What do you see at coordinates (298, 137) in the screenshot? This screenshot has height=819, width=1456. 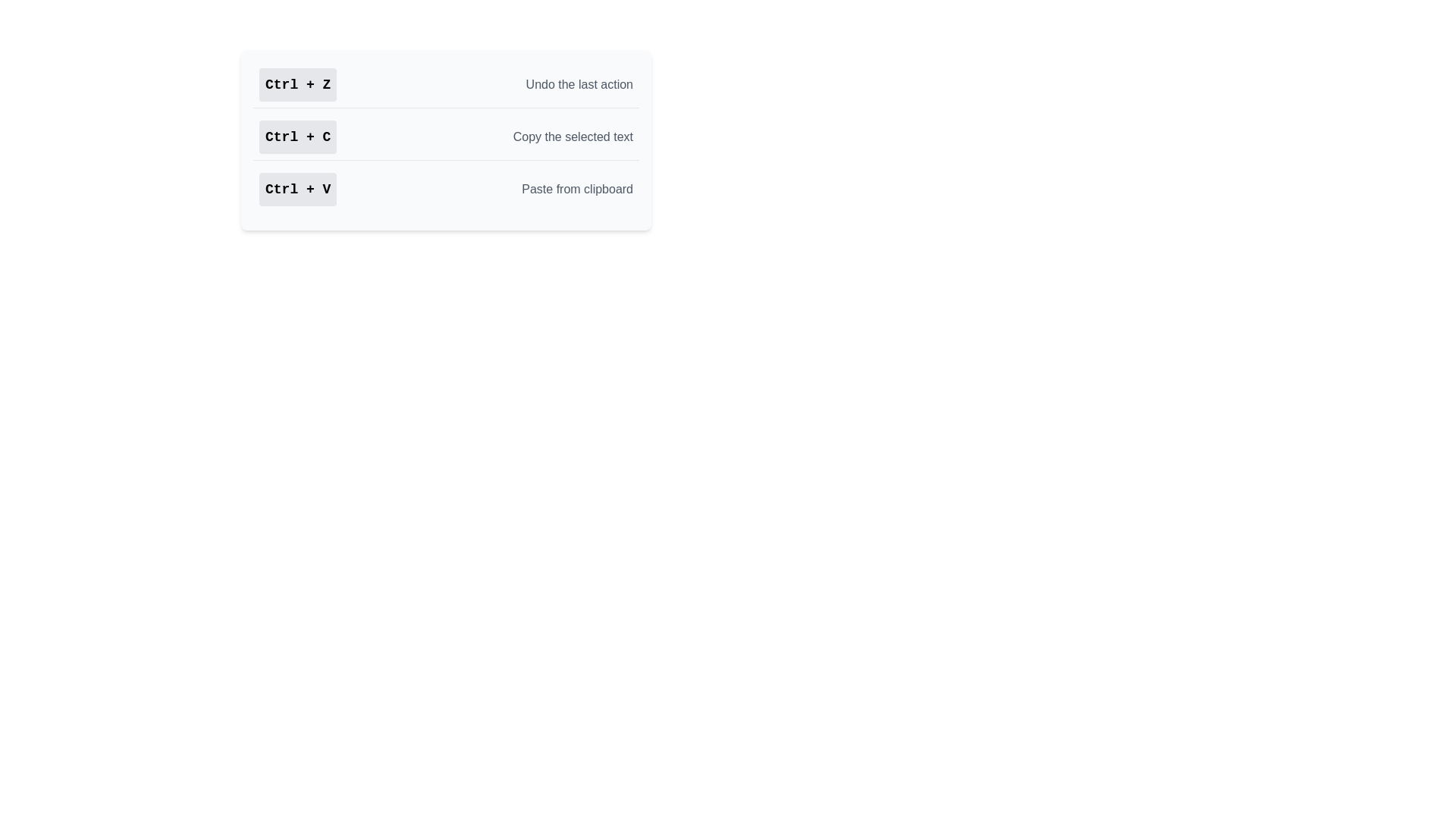 I see `the static informational label with the text 'Ctrl + C', which is a rectangular button with a light gray background and rounded corners, located in the second row of a list-like layout` at bounding box center [298, 137].